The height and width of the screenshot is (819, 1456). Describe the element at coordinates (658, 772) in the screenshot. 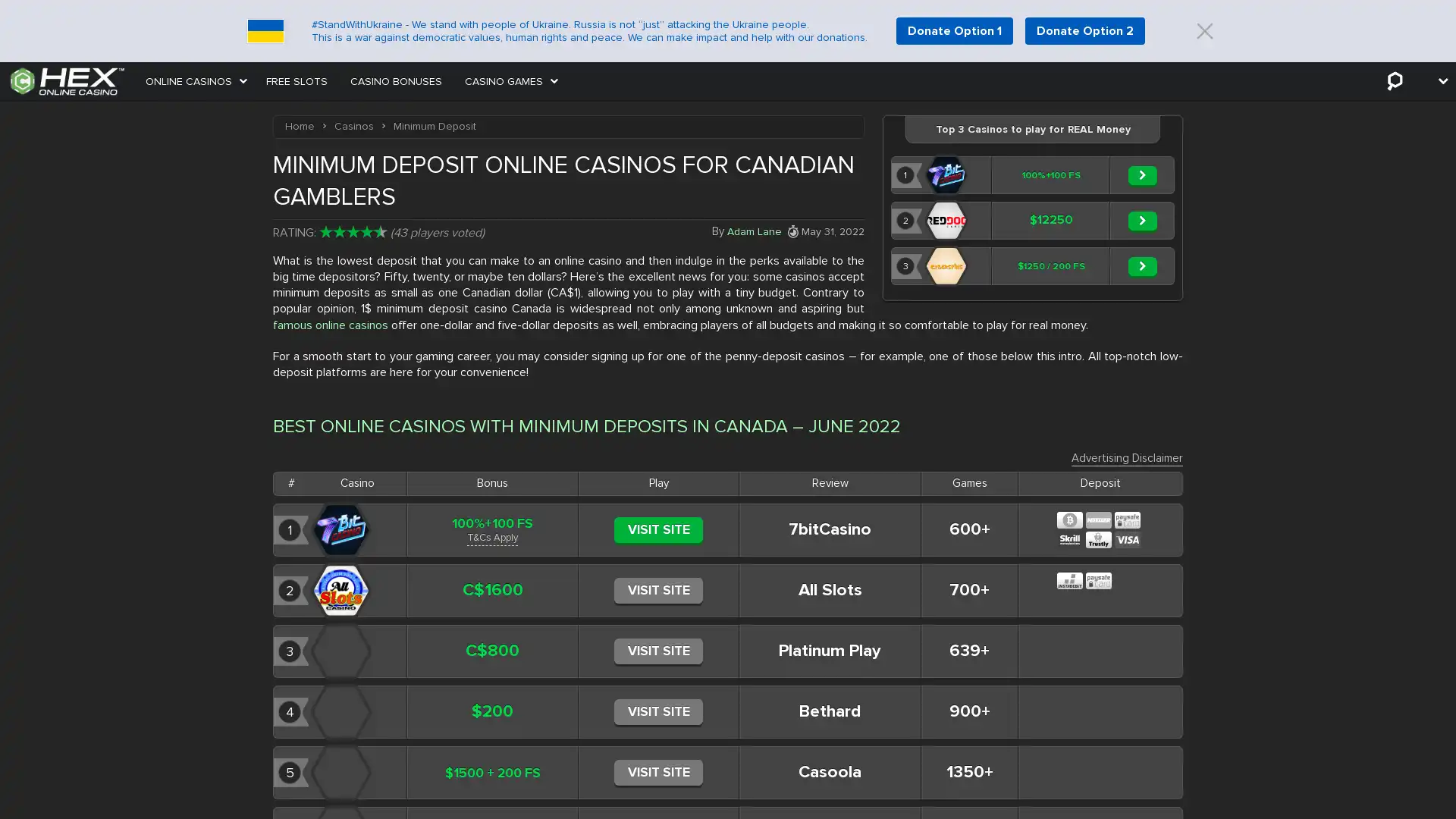

I see `VISIT SITE` at that location.